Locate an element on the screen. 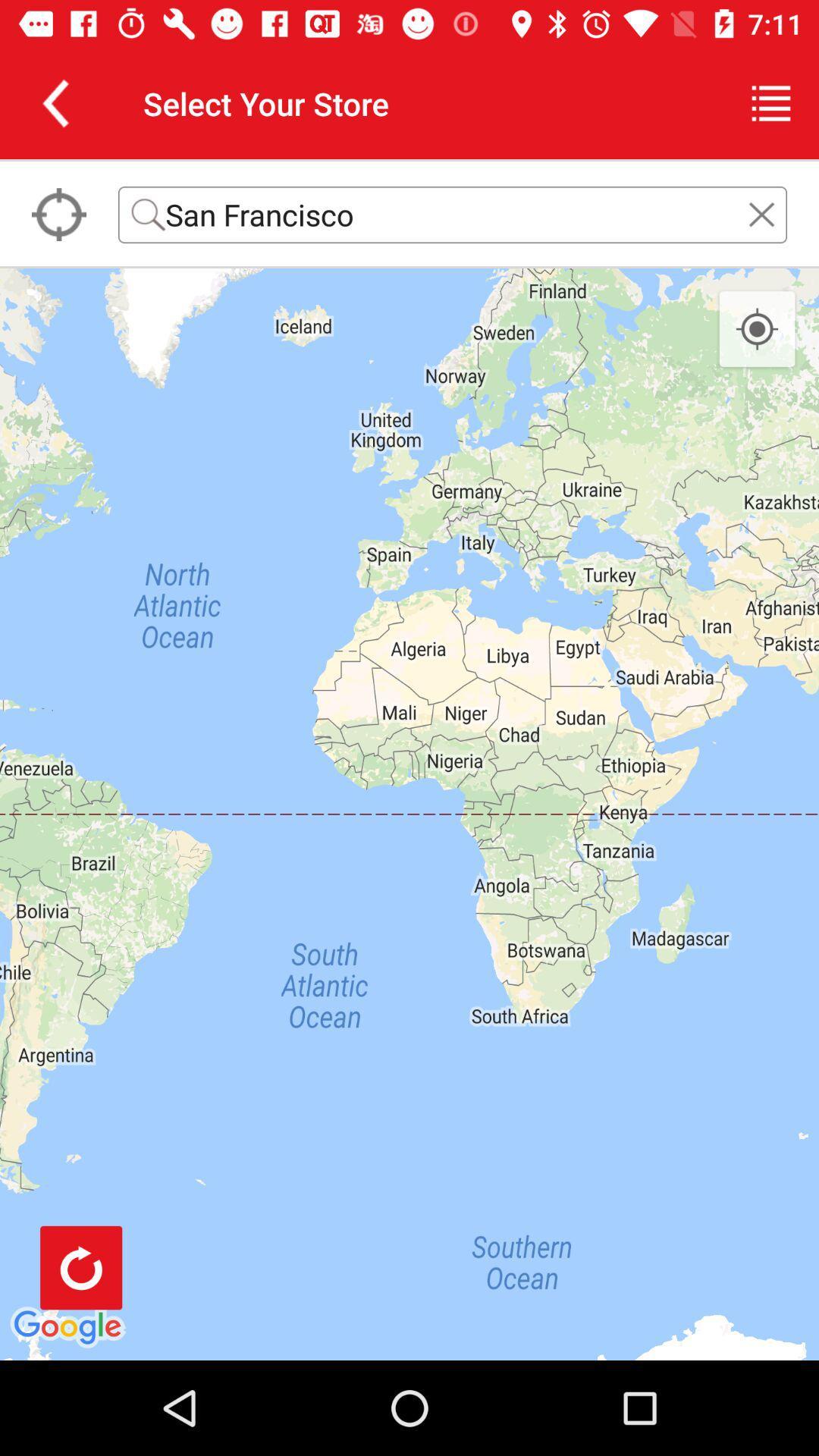 This screenshot has width=819, height=1456. the item next to select your store is located at coordinates (55, 102).